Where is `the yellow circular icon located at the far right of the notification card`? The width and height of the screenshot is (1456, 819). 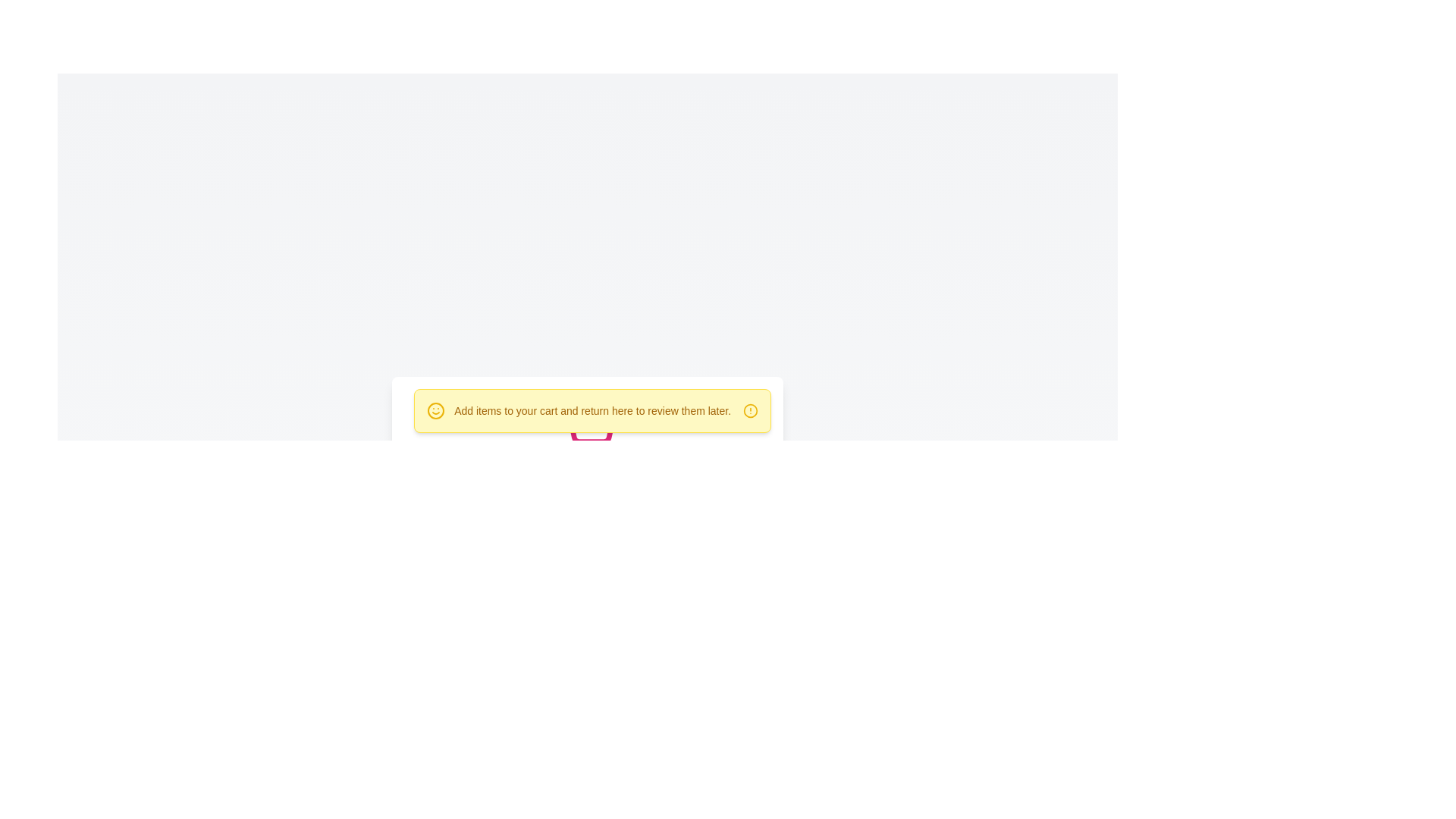 the yellow circular icon located at the far right of the notification card is located at coordinates (751, 411).